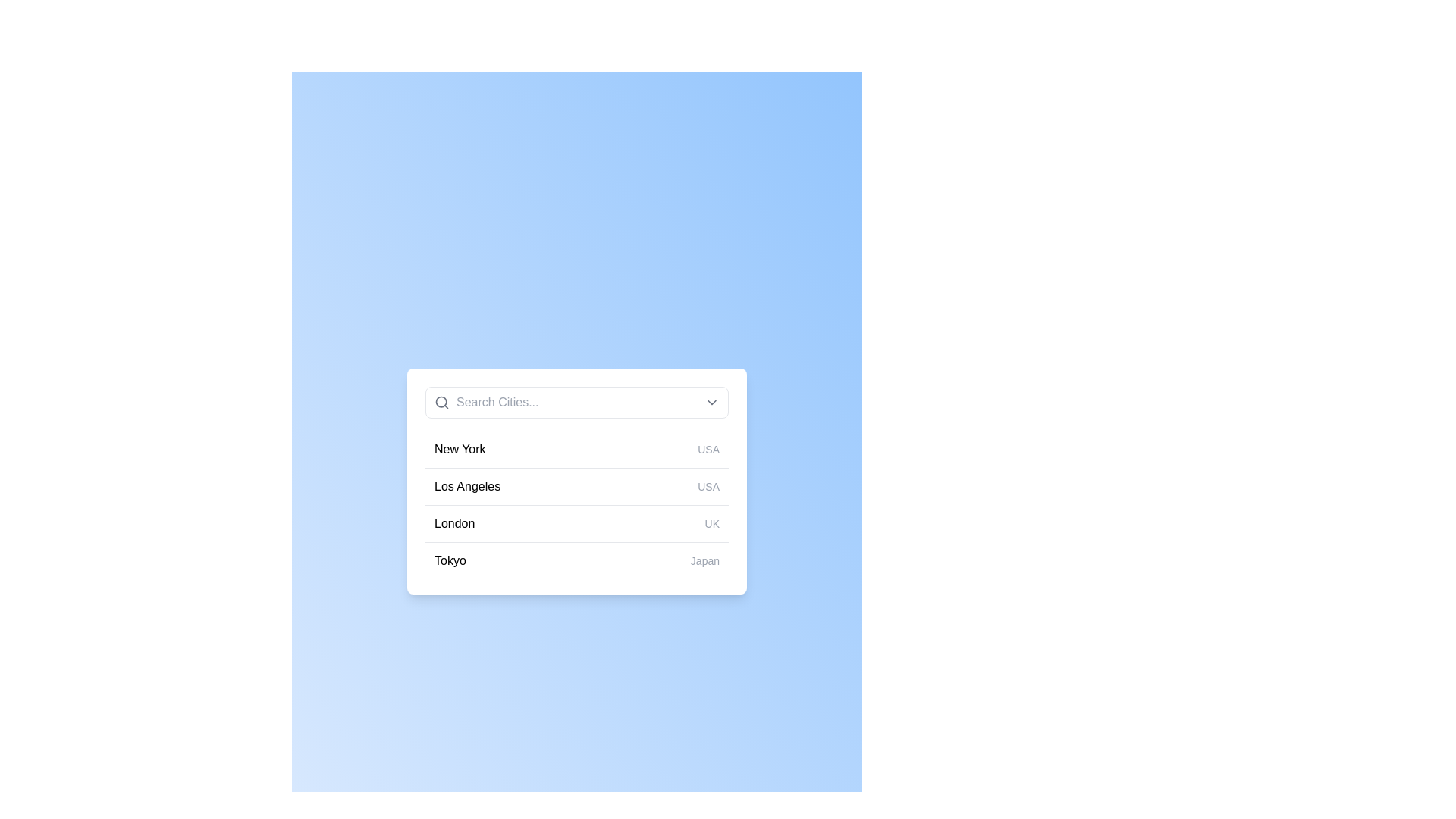 This screenshot has height=819, width=1456. Describe the element at coordinates (453, 522) in the screenshot. I see `the text label displaying 'London'` at that location.